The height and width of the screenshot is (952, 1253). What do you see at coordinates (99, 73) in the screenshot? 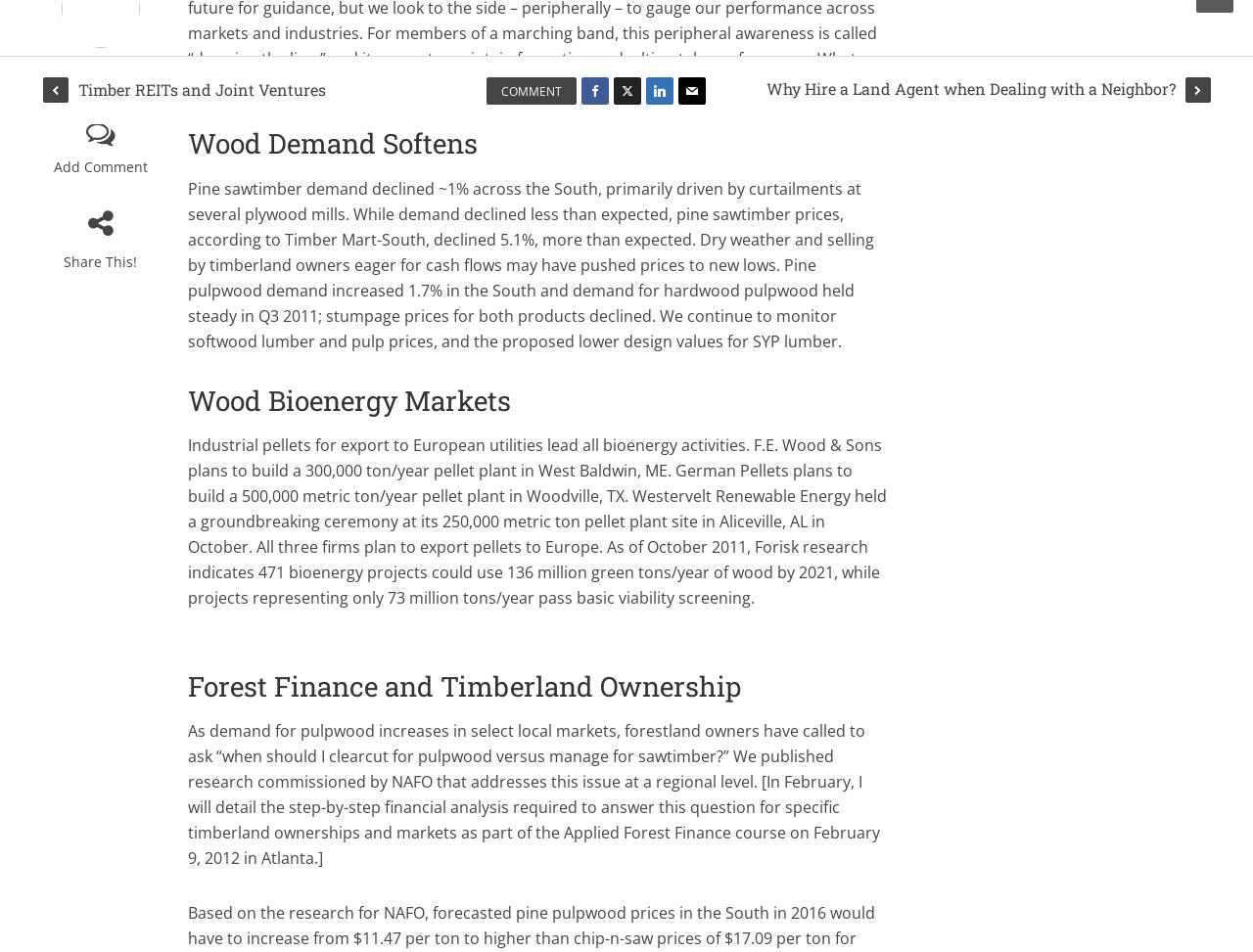
I see `'Brooks Mendell, Ph.D.'` at bounding box center [99, 73].